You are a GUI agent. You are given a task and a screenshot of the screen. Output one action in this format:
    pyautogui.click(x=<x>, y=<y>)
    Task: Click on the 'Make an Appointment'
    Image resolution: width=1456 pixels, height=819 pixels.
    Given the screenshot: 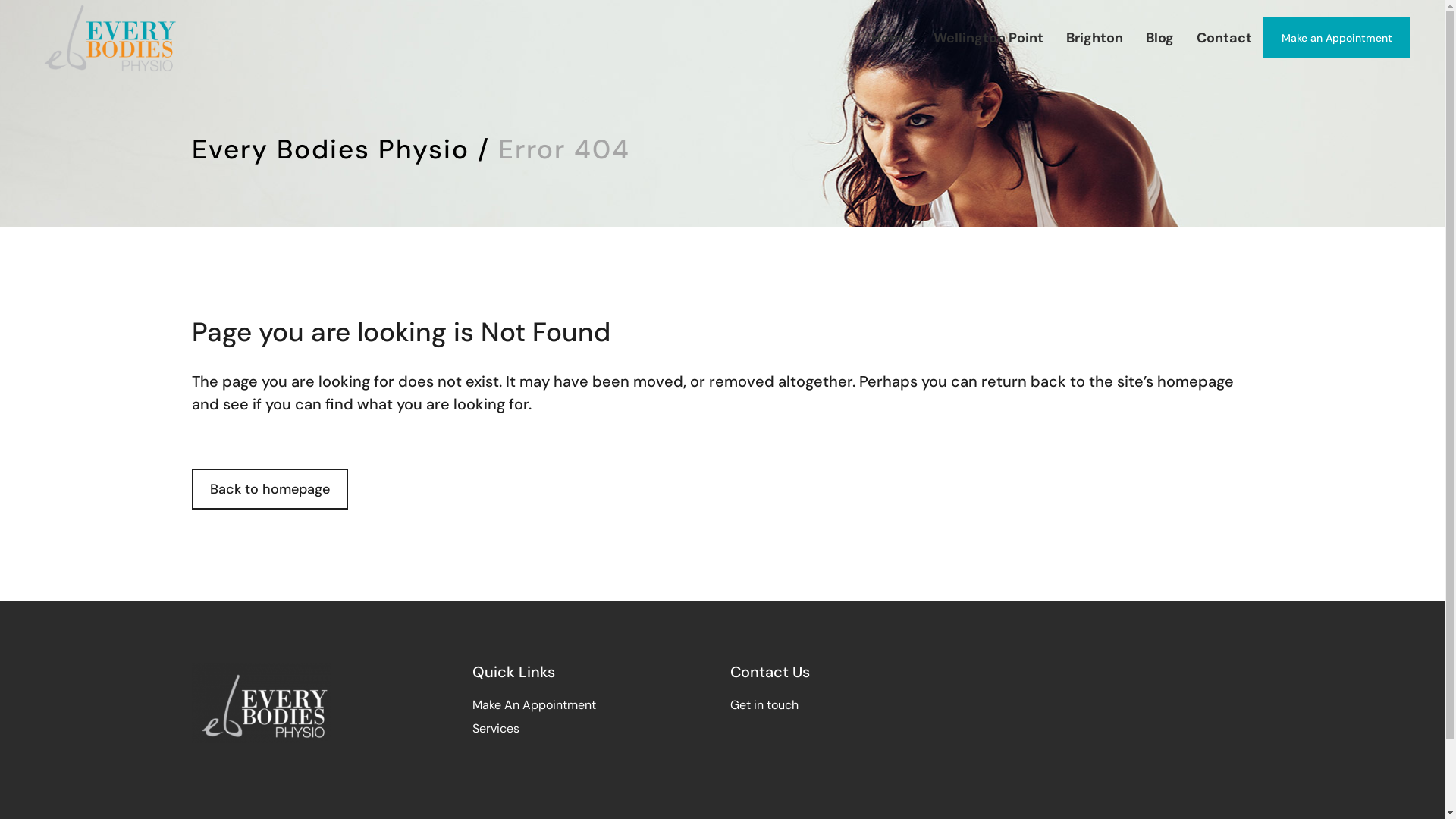 What is the action you would take?
    pyautogui.click(x=1336, y=37)
    